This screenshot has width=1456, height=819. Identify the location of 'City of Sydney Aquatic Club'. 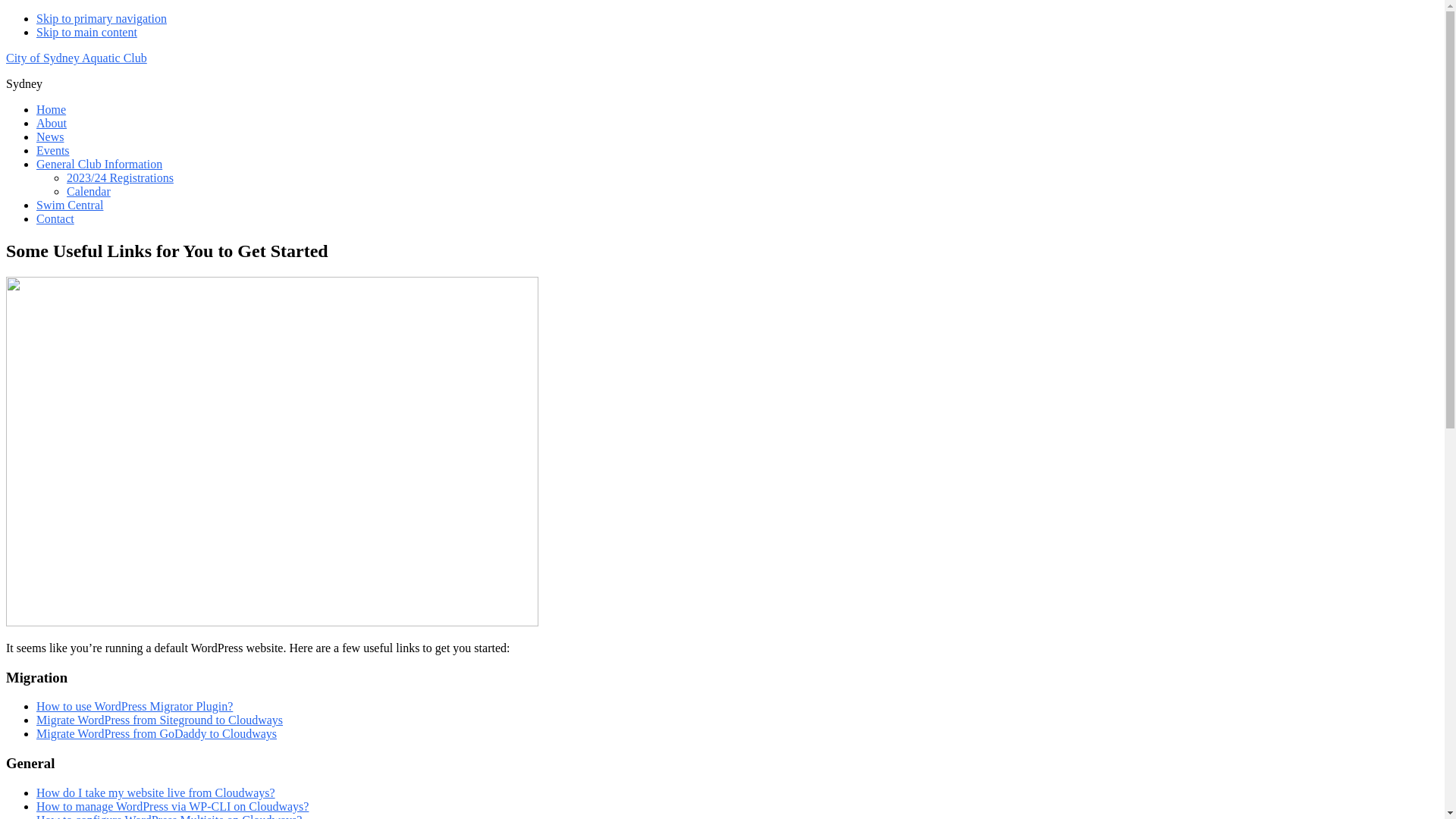
(75, 57).